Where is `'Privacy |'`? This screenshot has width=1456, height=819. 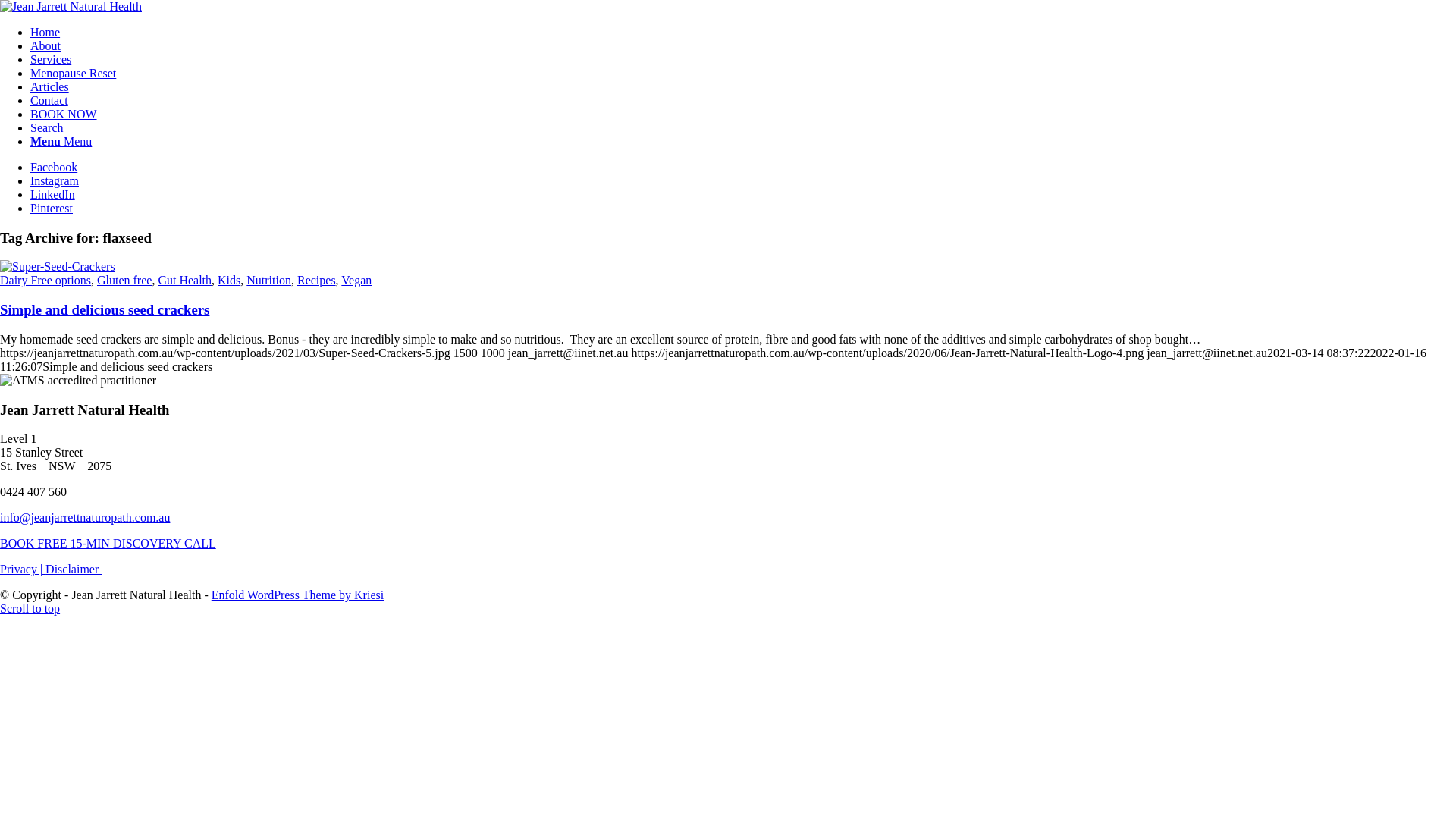 'Privacy |' is located at coordinates (22, 569).